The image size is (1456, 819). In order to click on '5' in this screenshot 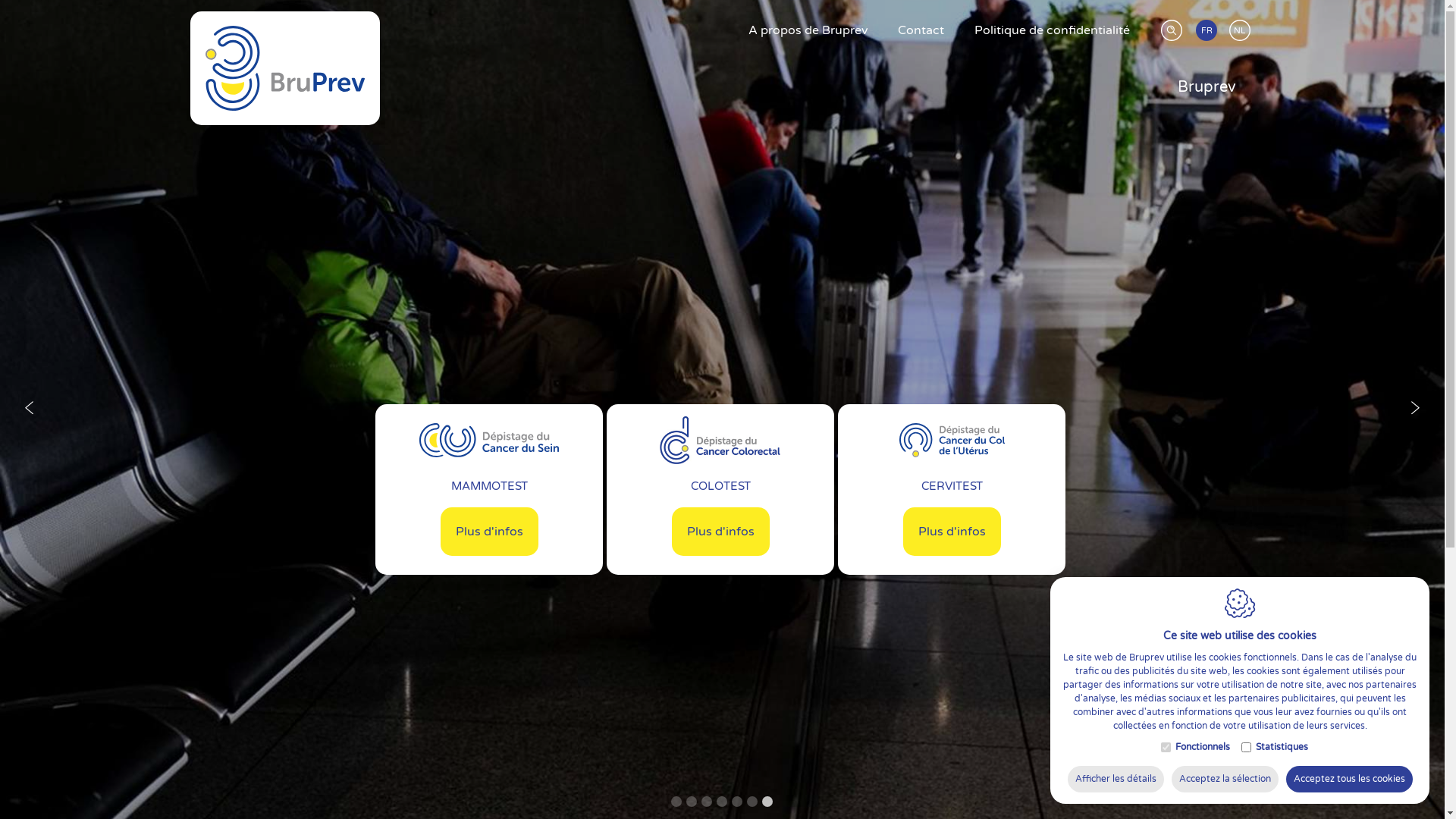, I will do `click(736, 800)`.